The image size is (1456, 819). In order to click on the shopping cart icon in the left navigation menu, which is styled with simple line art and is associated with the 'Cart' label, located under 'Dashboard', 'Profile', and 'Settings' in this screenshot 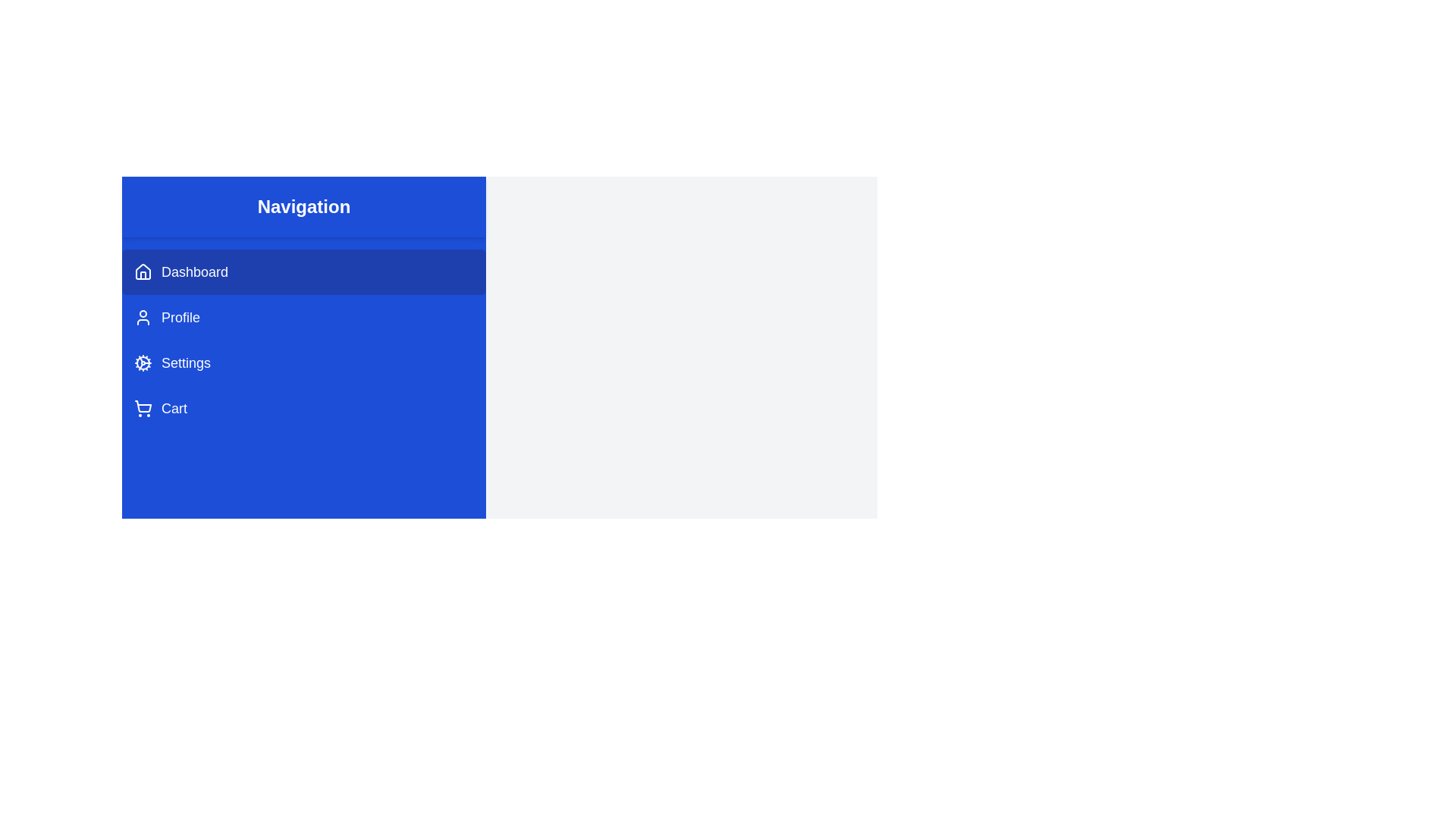, I will do `click(143, 408)`.